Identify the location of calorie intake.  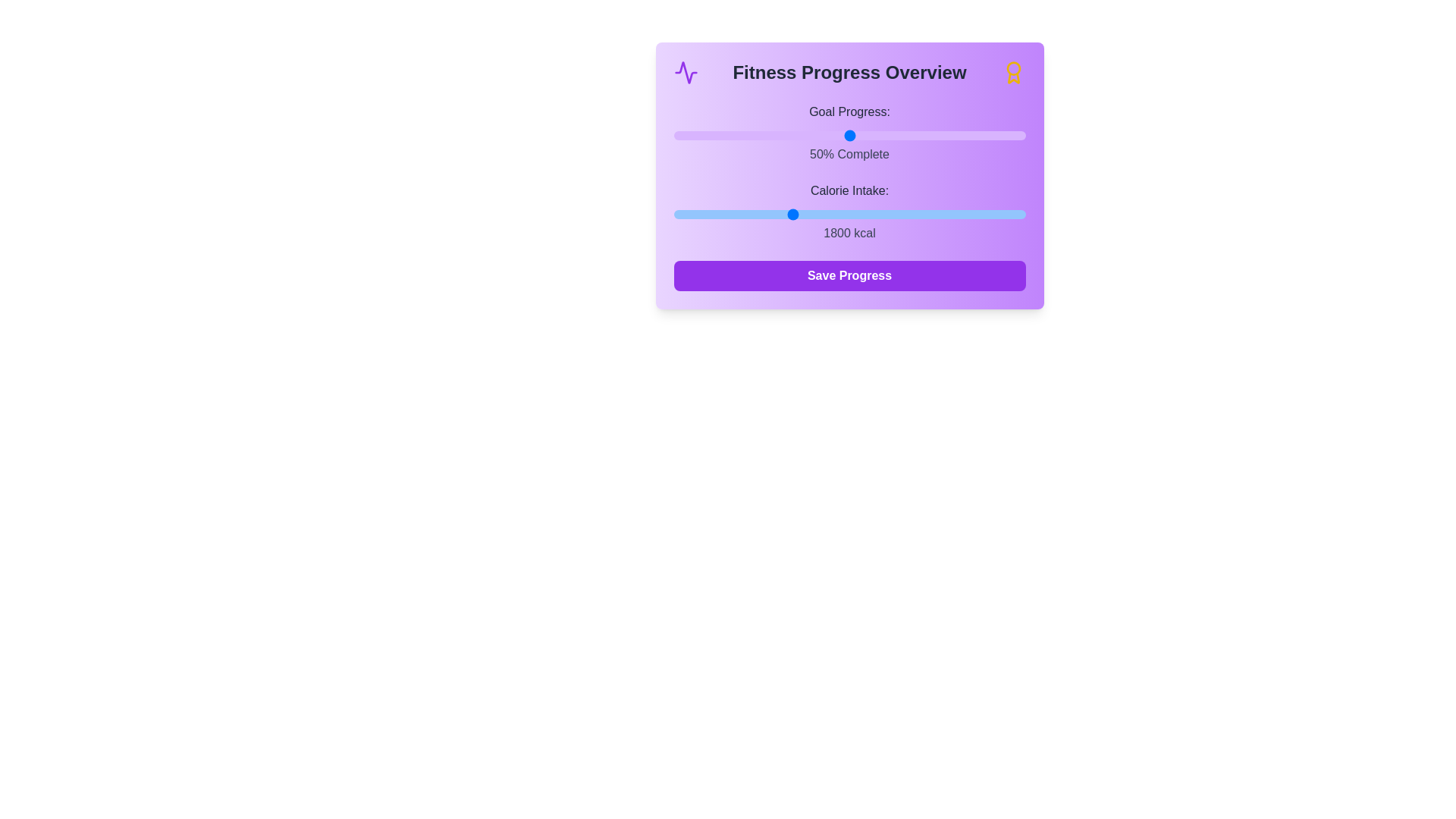
(723, 214).